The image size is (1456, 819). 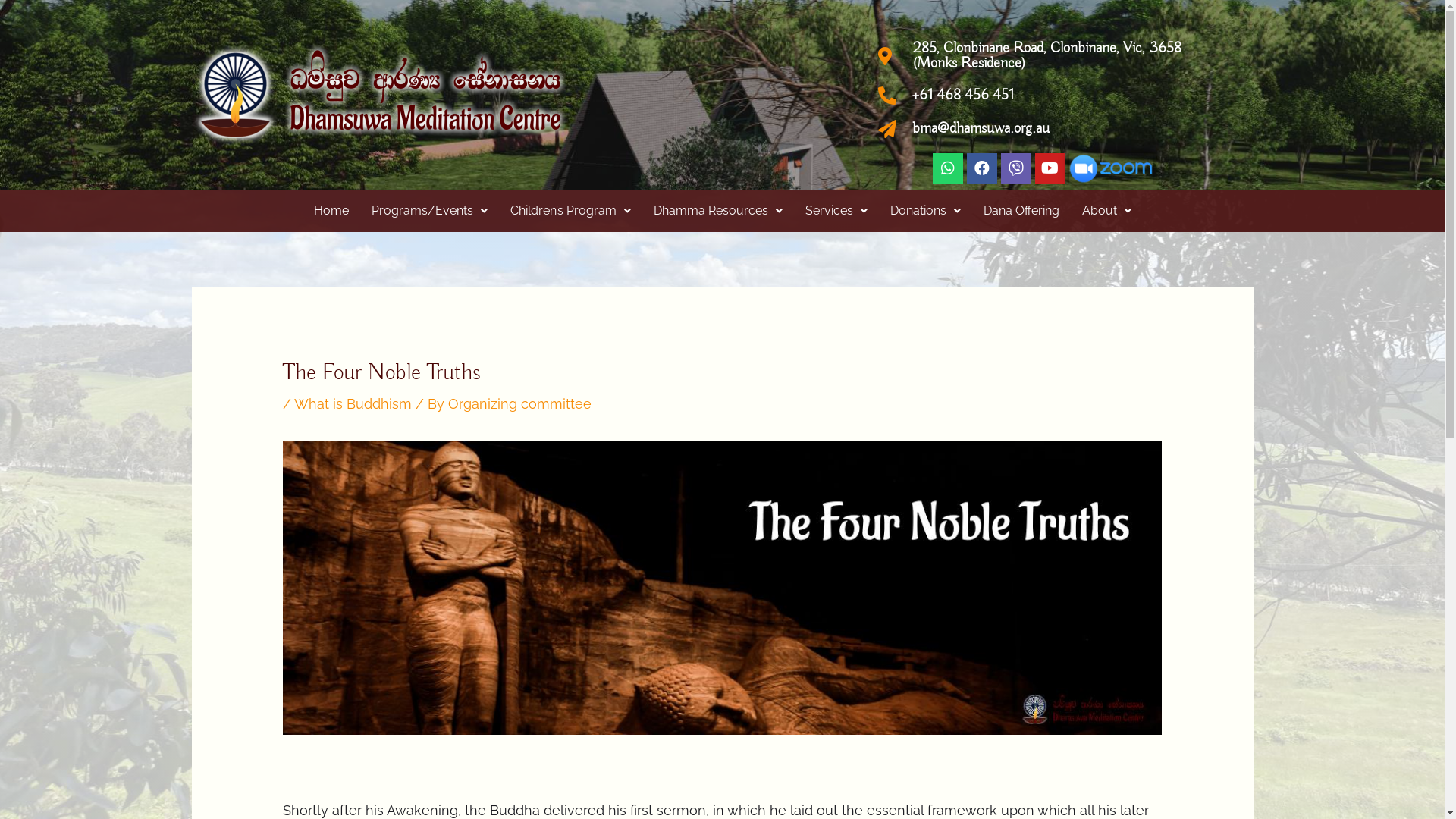 I want to click on 'zoom_log side x50', so click(x=1110, y=168).